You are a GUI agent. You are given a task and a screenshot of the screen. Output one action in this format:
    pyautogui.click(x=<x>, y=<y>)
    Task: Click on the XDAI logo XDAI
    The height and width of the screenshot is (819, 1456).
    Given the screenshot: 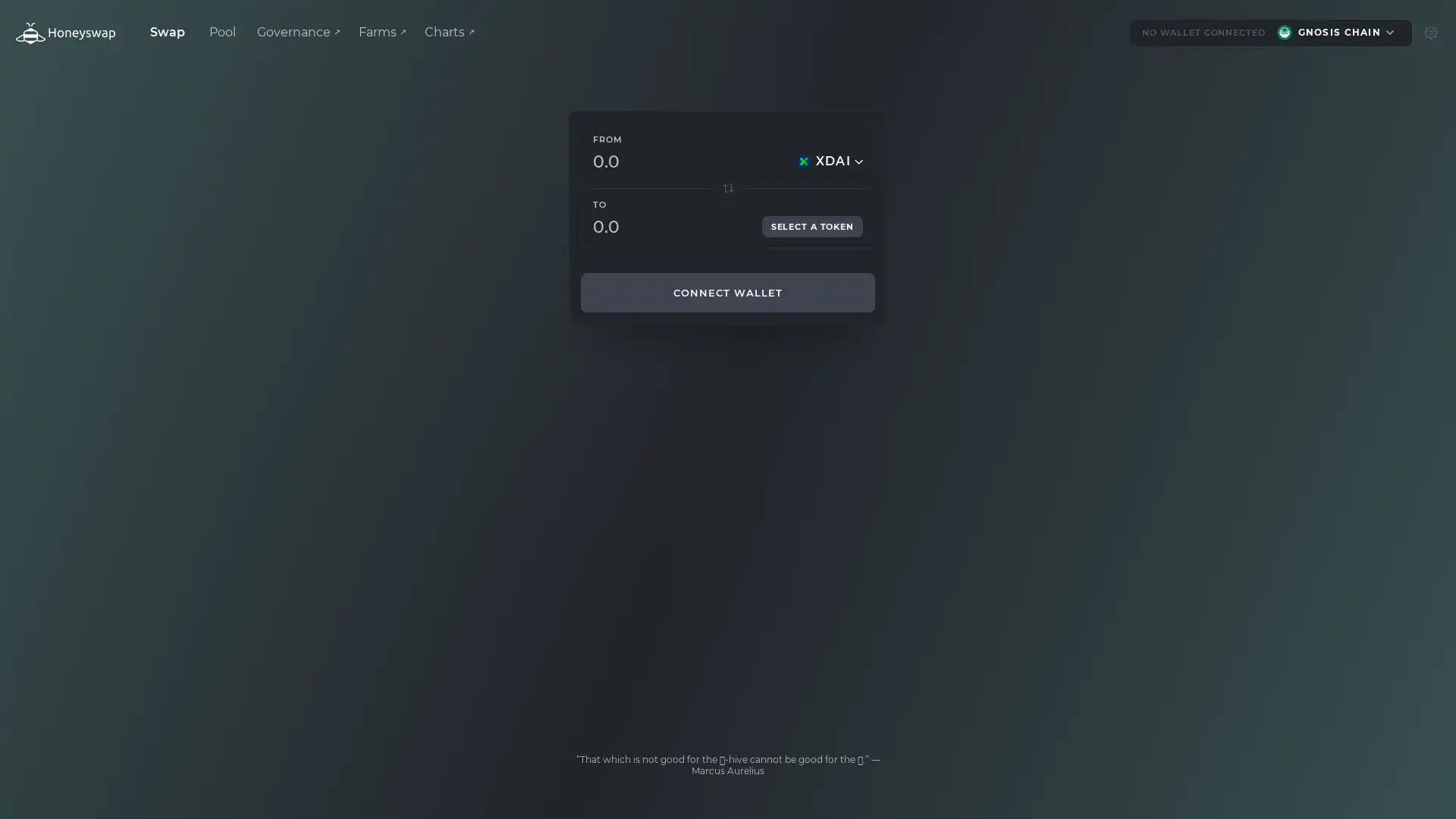 What is the action you would take?
    pyautogui.click(x=828, y=161)
    